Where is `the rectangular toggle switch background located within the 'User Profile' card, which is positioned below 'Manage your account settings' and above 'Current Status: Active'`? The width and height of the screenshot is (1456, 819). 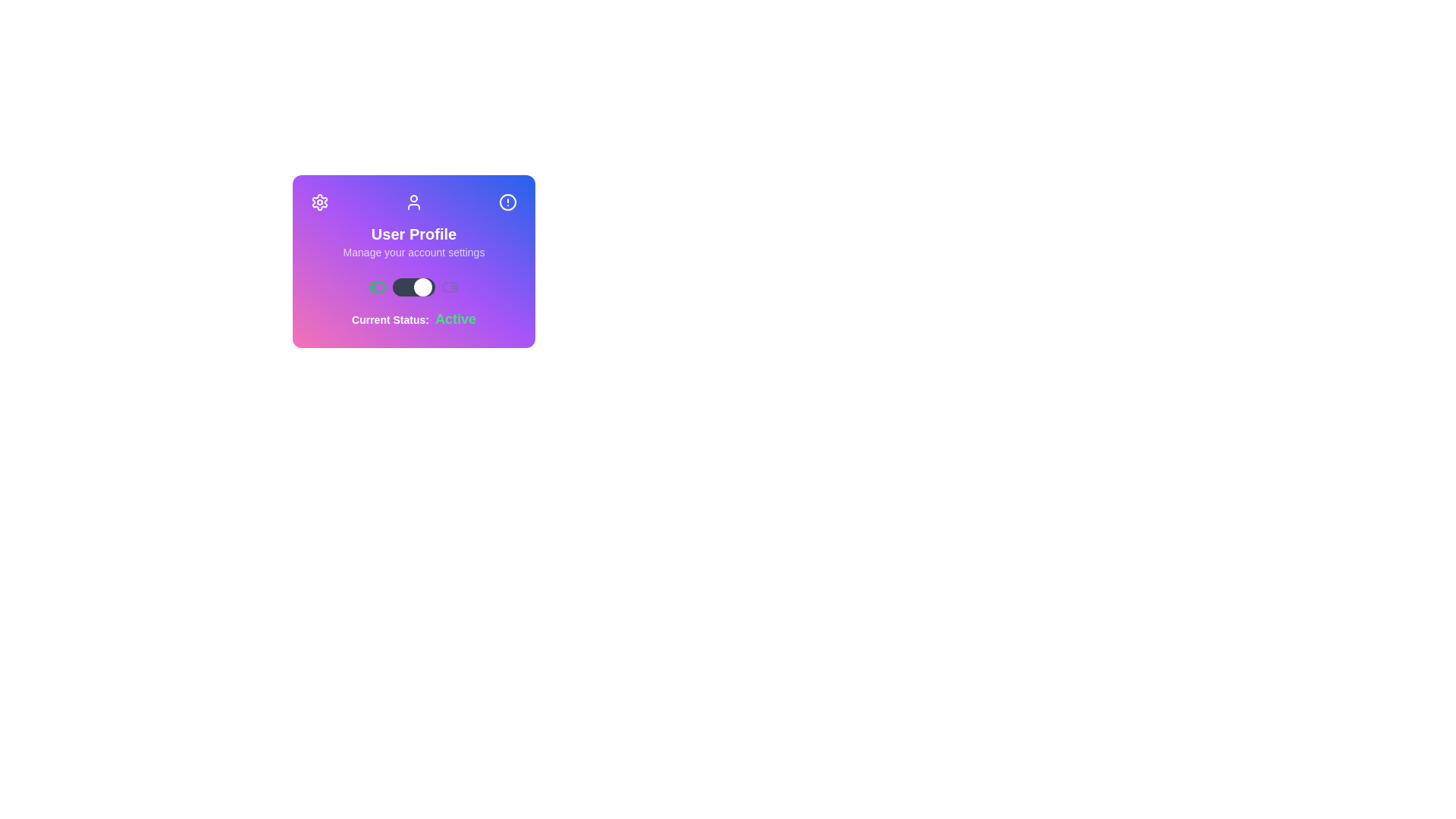
the rectangular toggle switch background located within the 'User Profile' card, which is positioned below 'Manage your account settings' and above 'Current Status: Active' is located at coordinates (378, 287).